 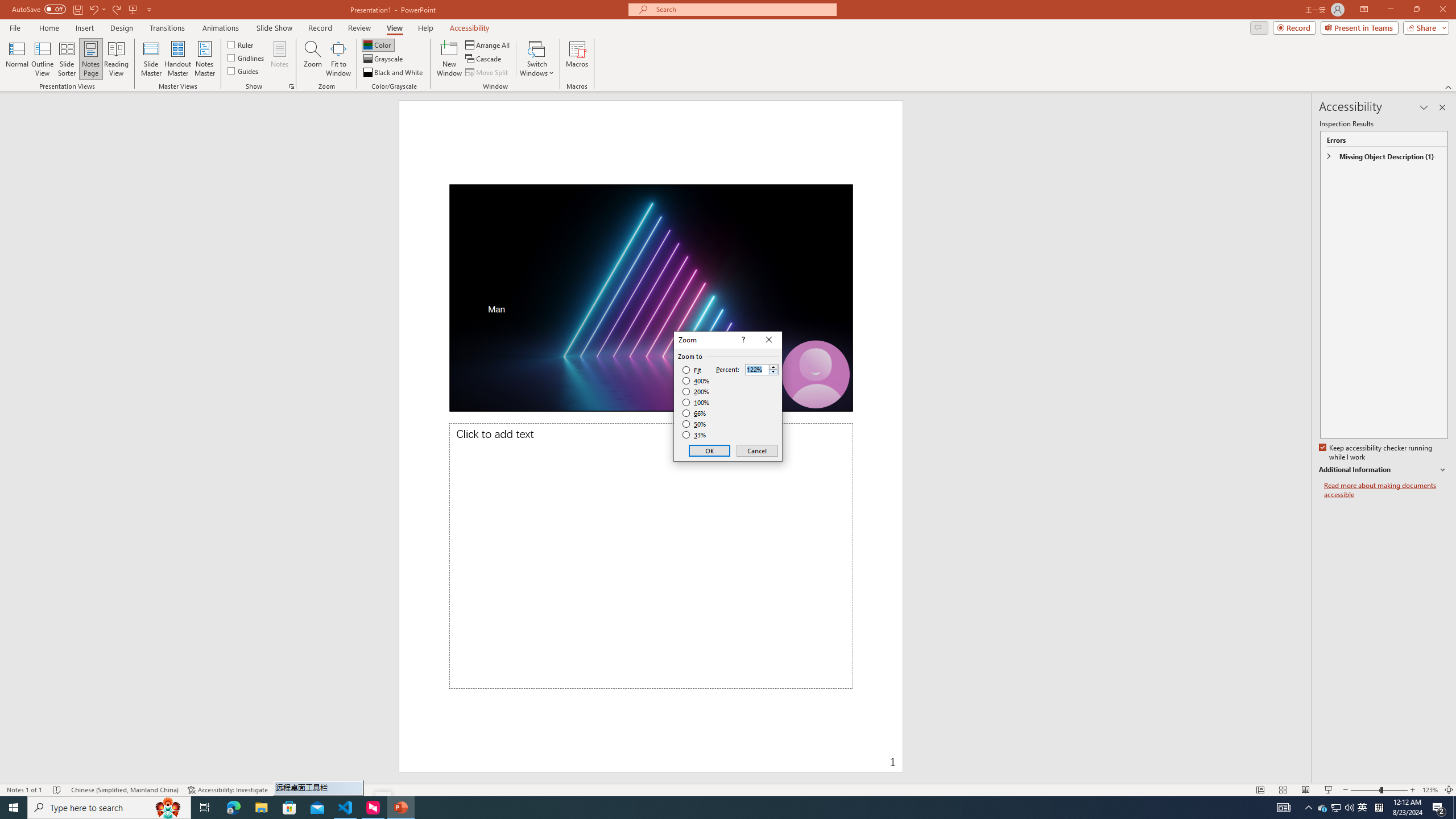 What do you see at coordinates (762, 369) in the screenshot?
I see `'Percent'` at bounding box center [762, 369].